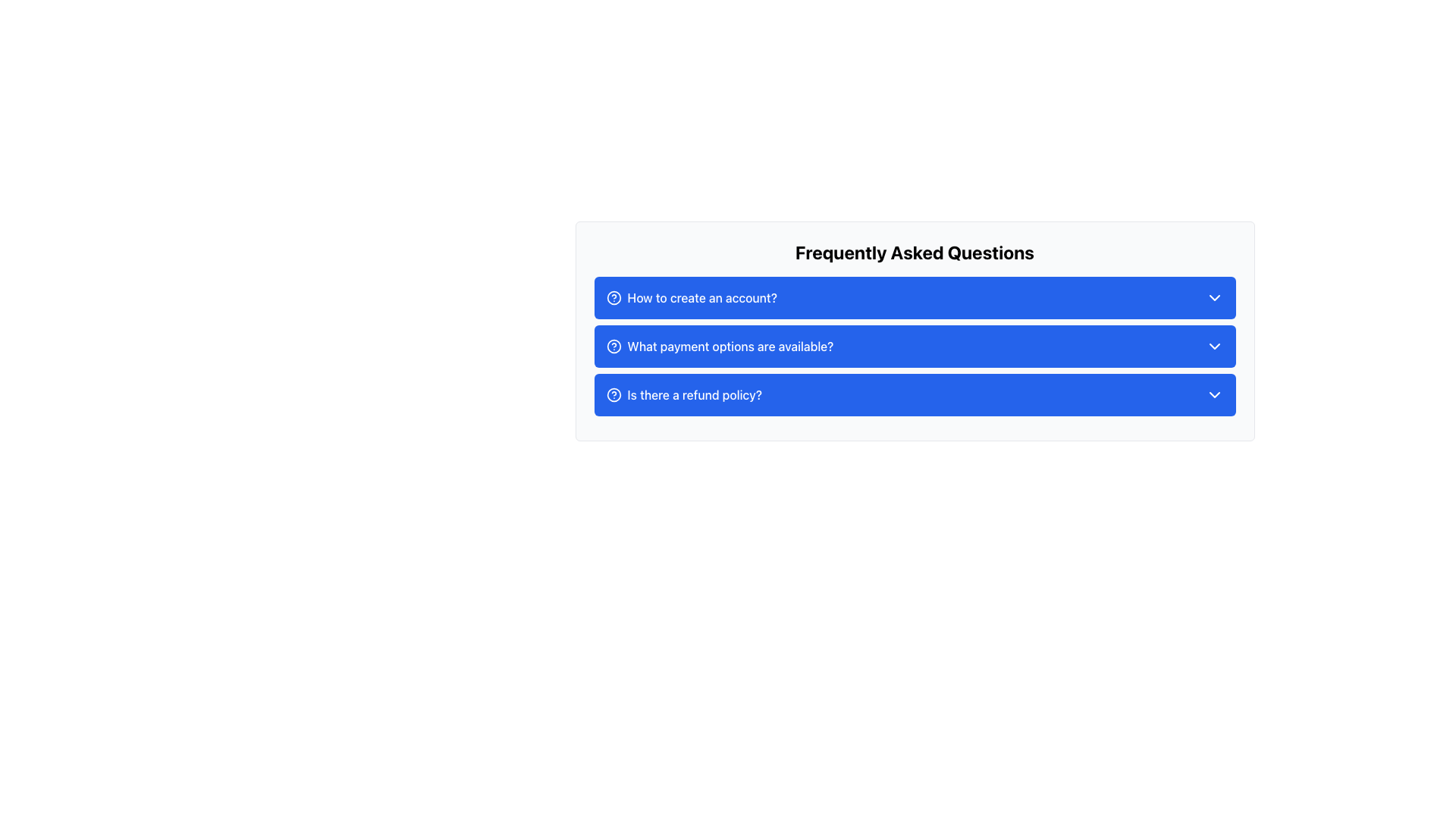 Image resolution: width=1456 pixels, height=819 pixels. I want to click on the third Accordion item with the question 'Is there a refund policy?' in the FAQ section, so click(914, 400).